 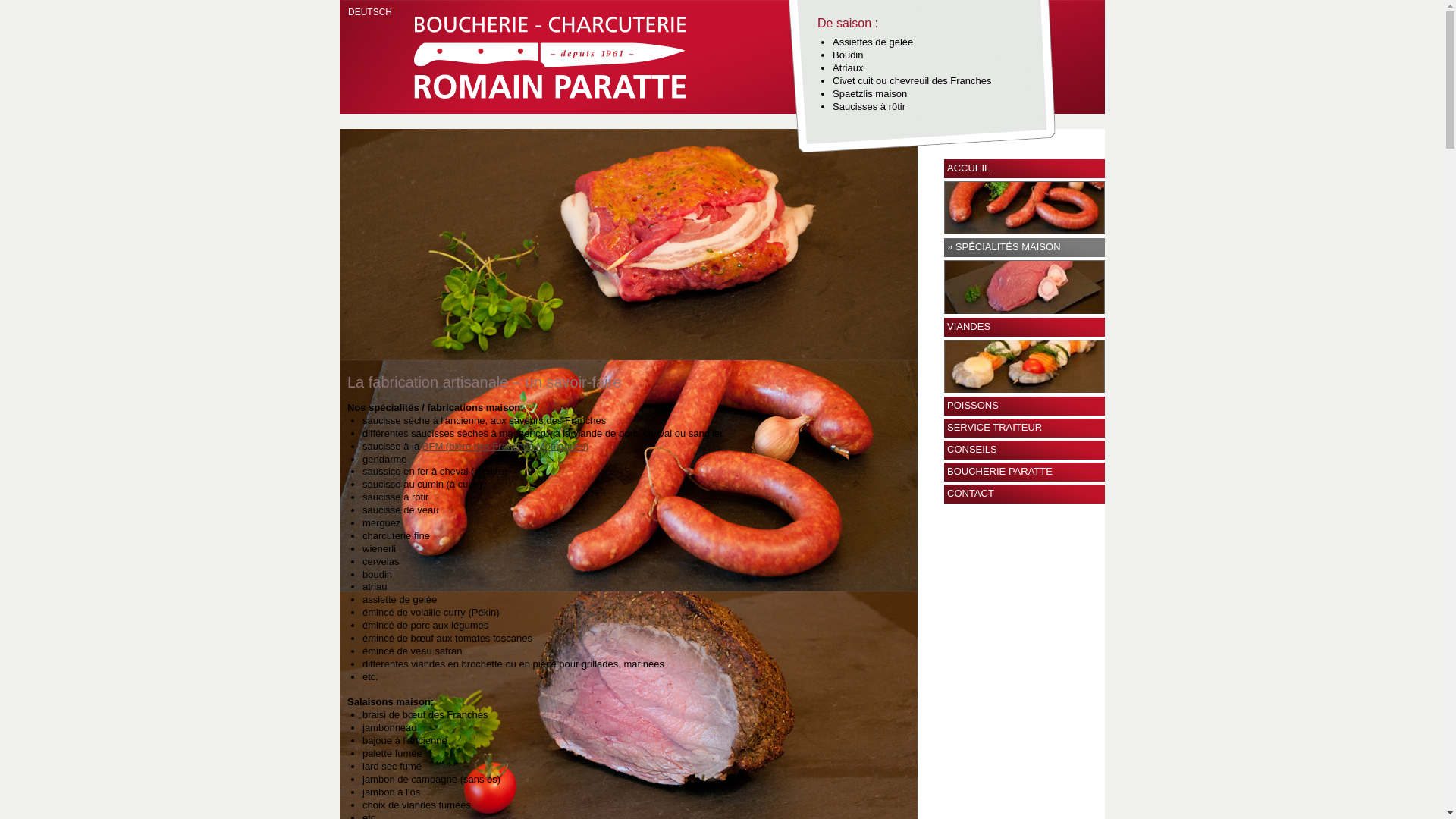 I want to click on 'SERVICE TRAITEUR', so click(x=1024, y=428).